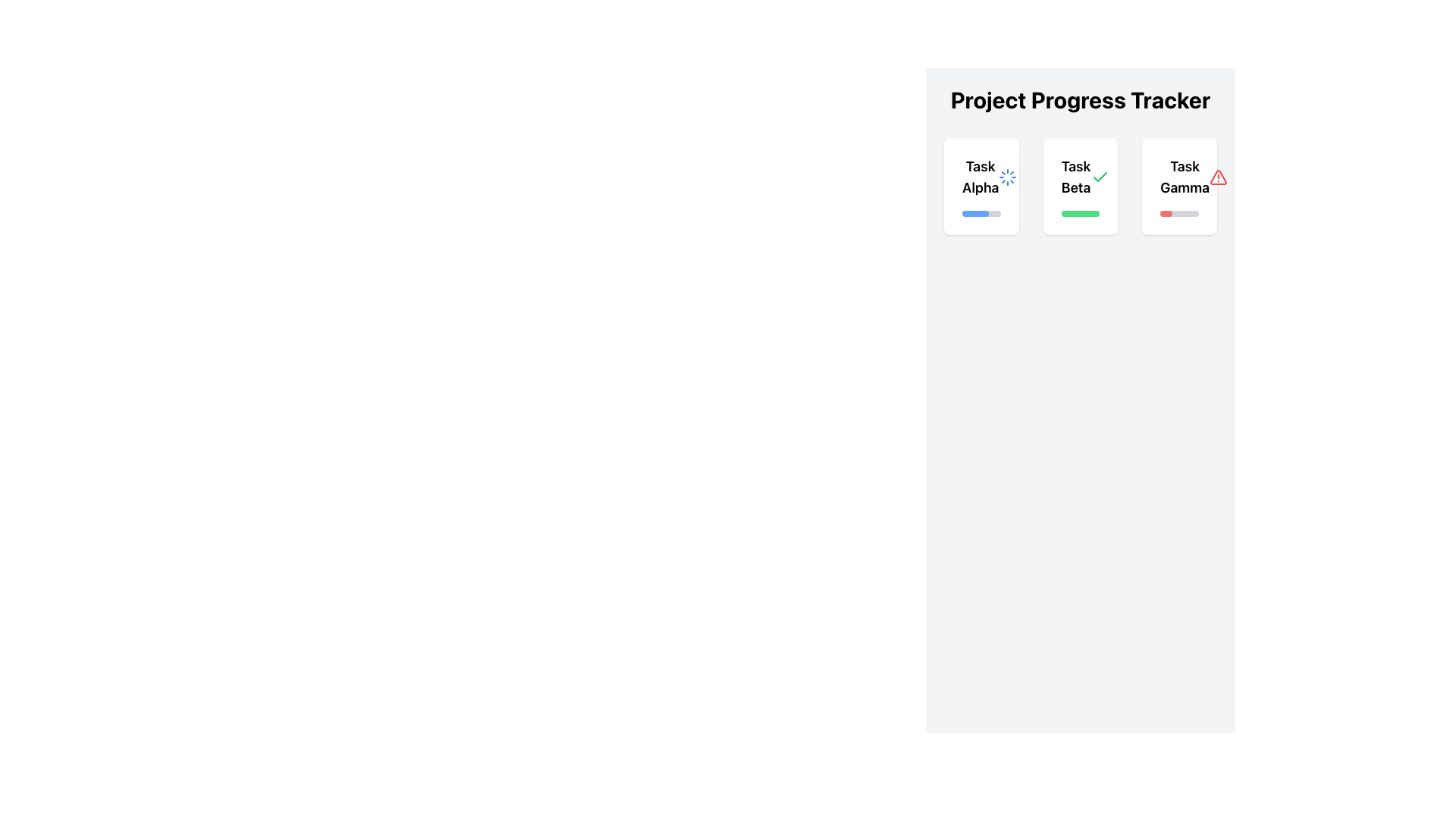  What do you see at coordinates (981, 177) in the screenshot?
I see `text 'Task Alpha' from the text label located in the leftmost card under the heading 'Project Progress Tracker'` at bounding box center [981, 177].